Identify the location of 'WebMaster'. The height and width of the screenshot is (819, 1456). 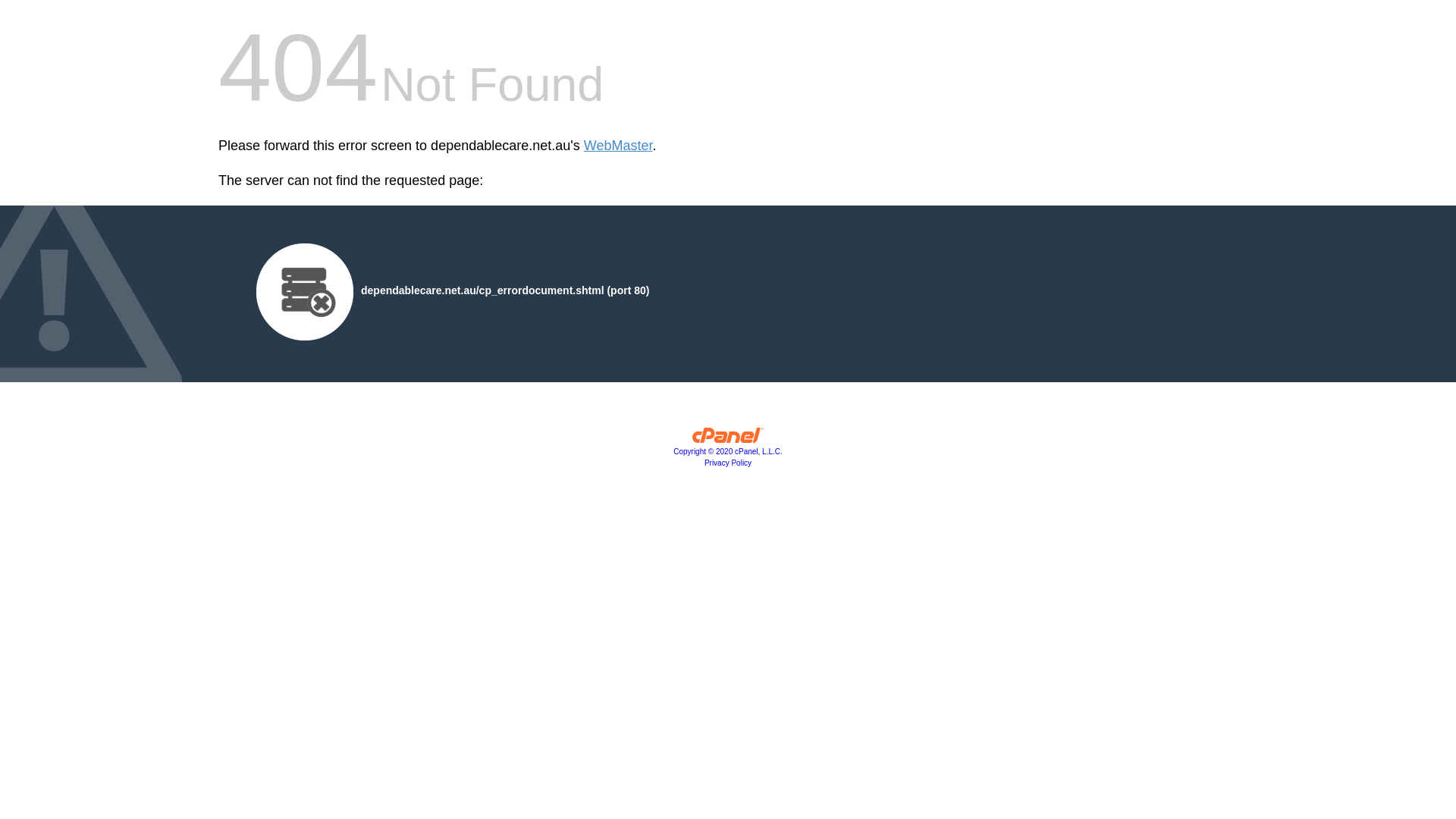
(582, 146).